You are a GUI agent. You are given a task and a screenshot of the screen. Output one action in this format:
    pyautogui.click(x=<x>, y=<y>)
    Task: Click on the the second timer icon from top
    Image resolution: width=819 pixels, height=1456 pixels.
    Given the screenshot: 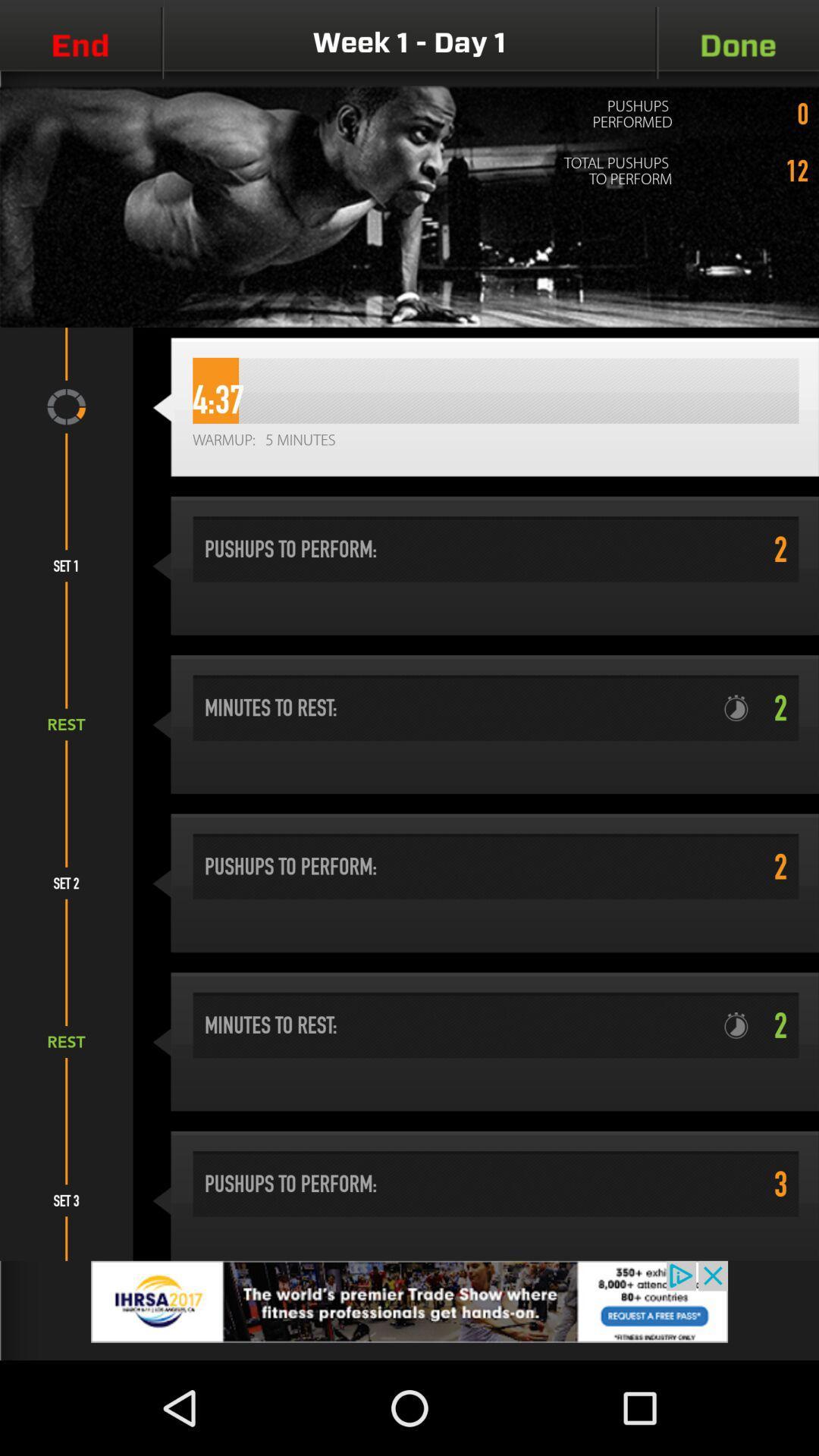 What is the action you would take?
    pyautogui.click(x=742, y=1025)
    